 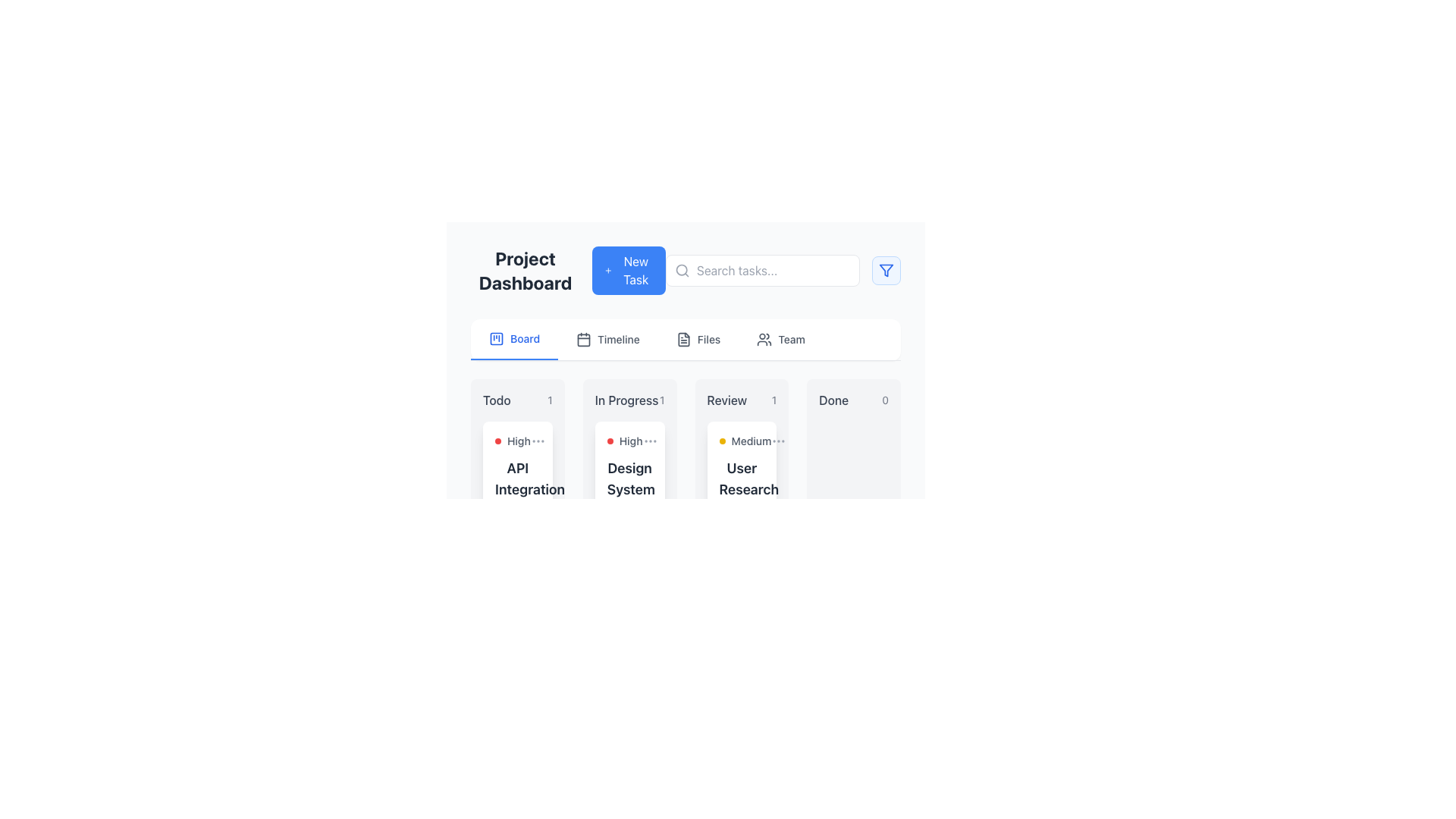 I want to click on the 'Files' icon in the top navigation bar, located between the 'Timeline' and 'Team' menu items, so click(x=682, y=338).